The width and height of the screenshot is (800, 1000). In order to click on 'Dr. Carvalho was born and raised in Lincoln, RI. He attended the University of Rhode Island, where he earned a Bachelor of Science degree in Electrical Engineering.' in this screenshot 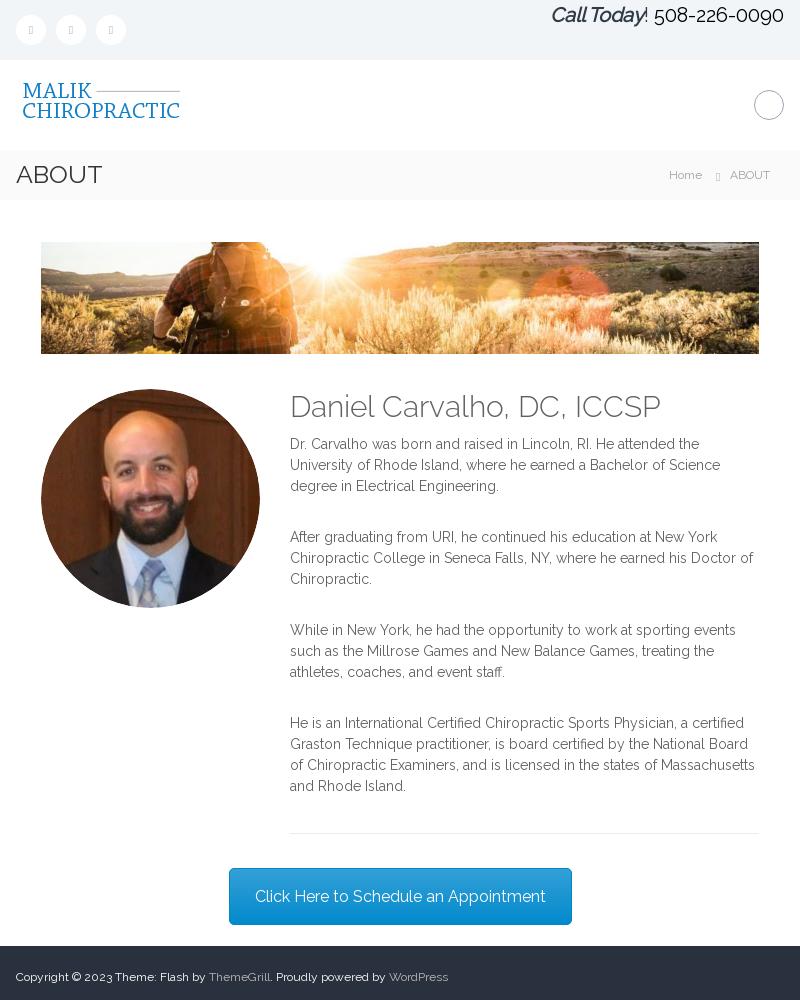, I will do `click(503, 463)`.